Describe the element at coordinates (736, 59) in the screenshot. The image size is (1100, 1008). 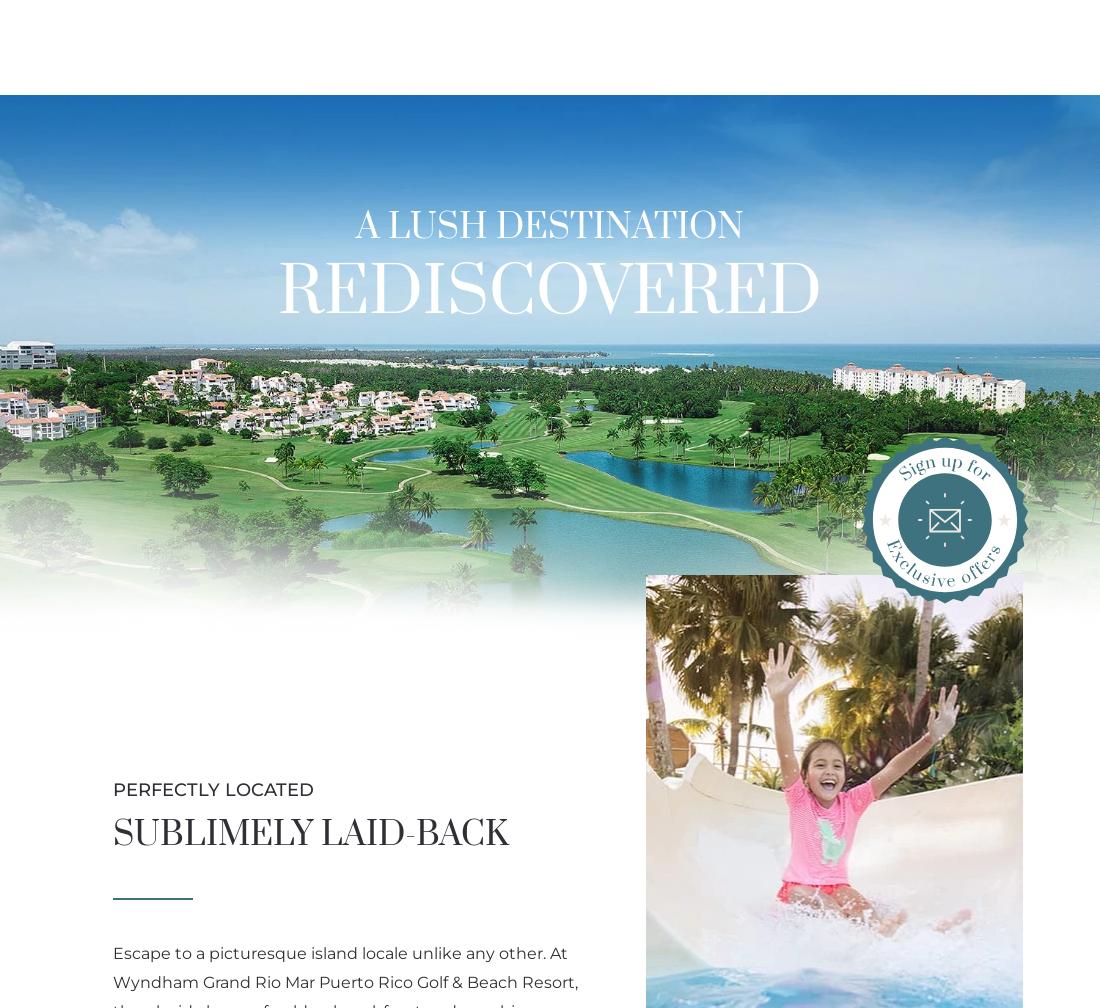
I see `'Golf'` at that location.